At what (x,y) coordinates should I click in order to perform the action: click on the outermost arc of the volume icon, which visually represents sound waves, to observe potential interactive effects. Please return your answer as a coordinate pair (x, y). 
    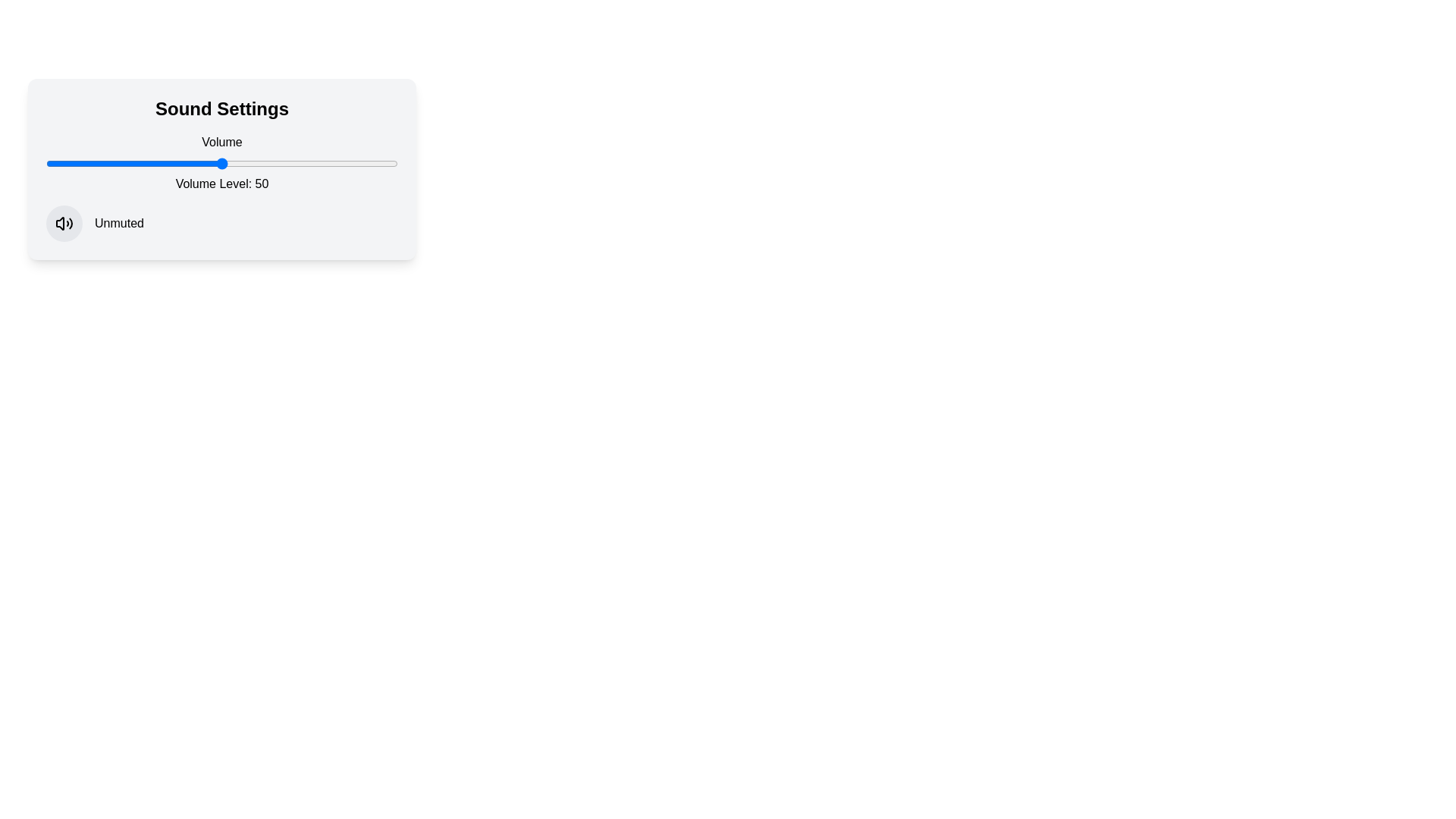
    Looking at the image, I should click on (70, 223).